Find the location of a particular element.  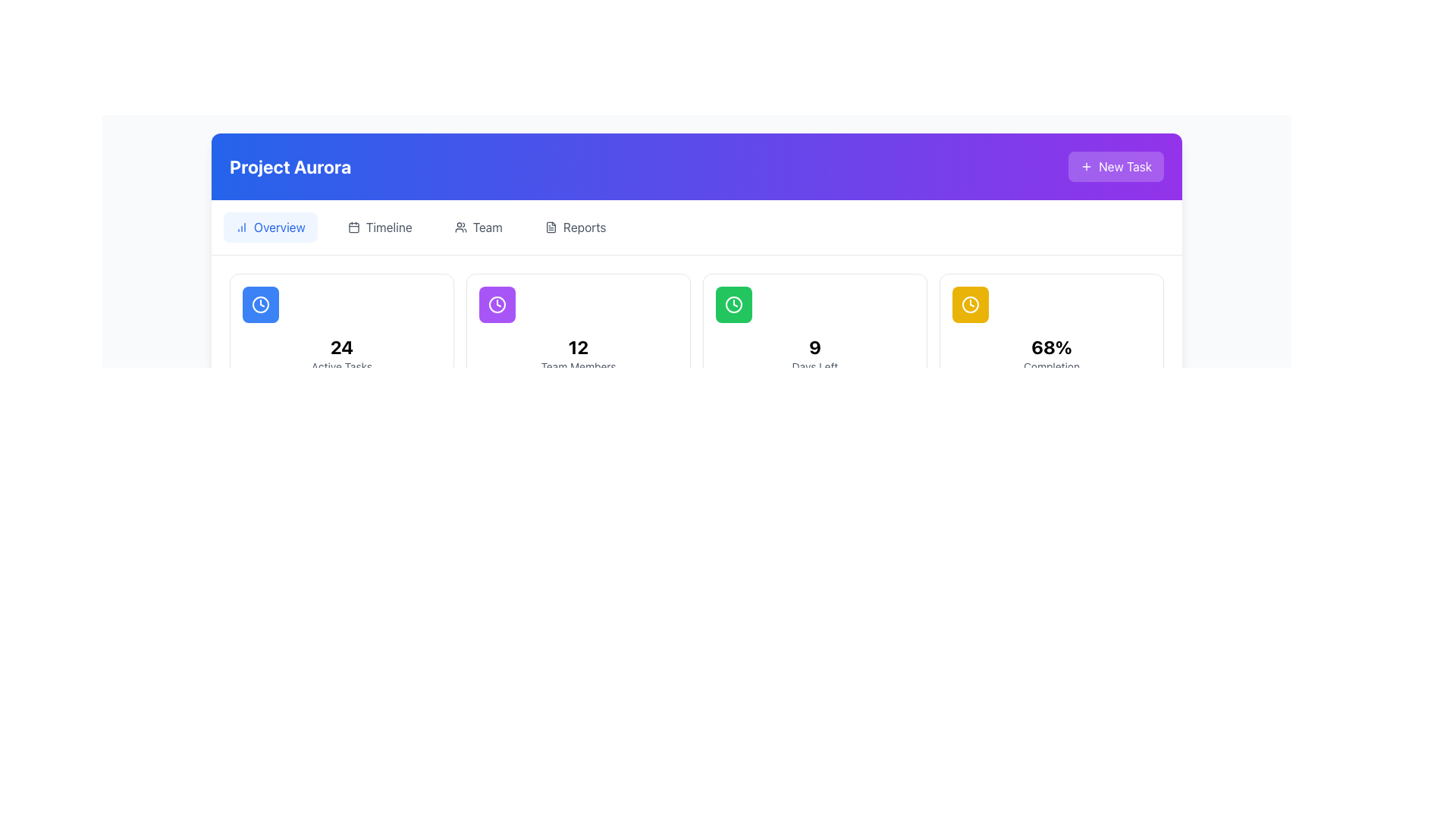

the text label that provides context for the numeral '9', located beneath it in the third card from the left is located at coordinates (814, 366).